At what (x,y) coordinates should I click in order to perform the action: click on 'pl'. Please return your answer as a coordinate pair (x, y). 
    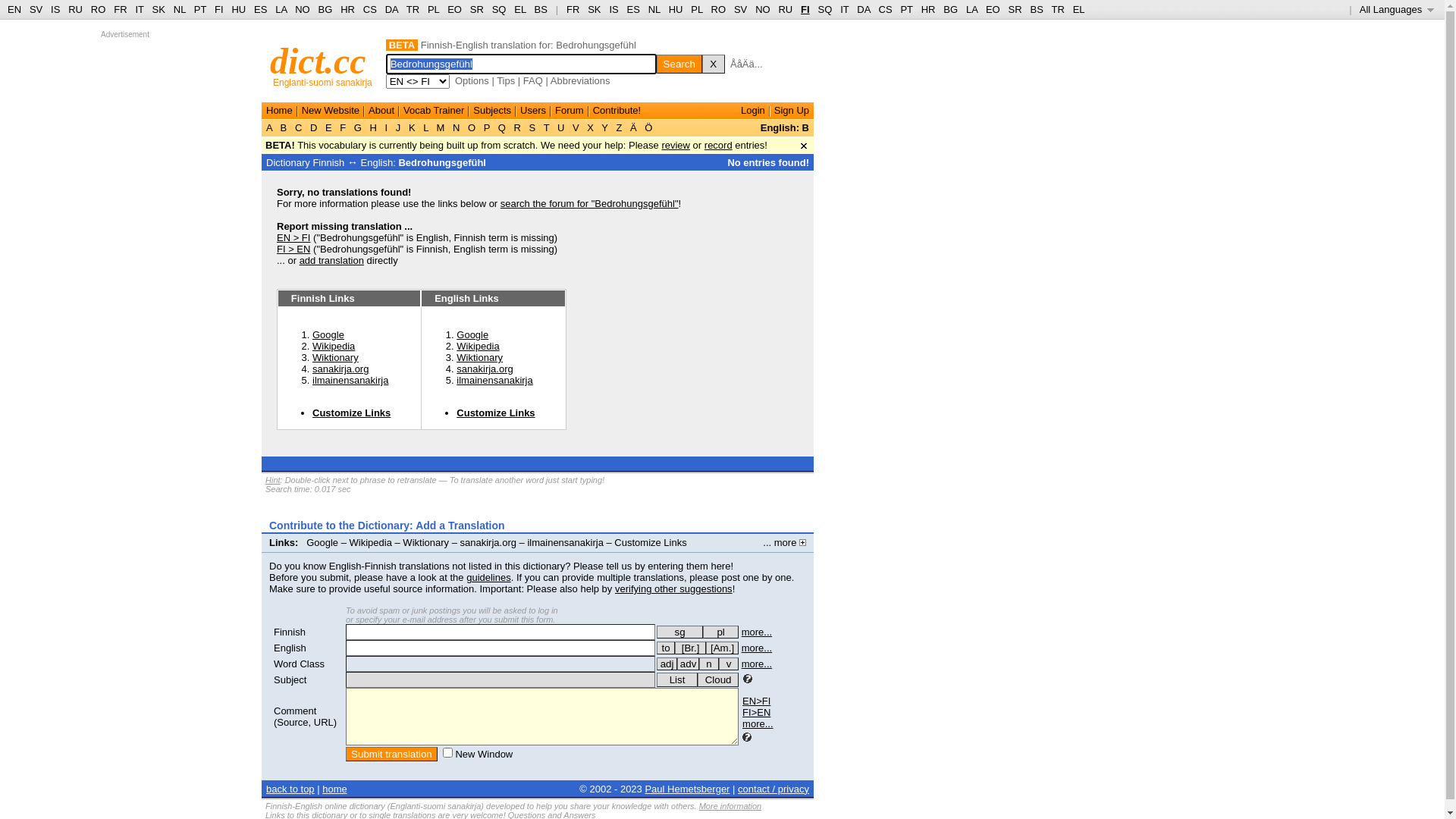
    Looking at the image, I should click on (720, 632).